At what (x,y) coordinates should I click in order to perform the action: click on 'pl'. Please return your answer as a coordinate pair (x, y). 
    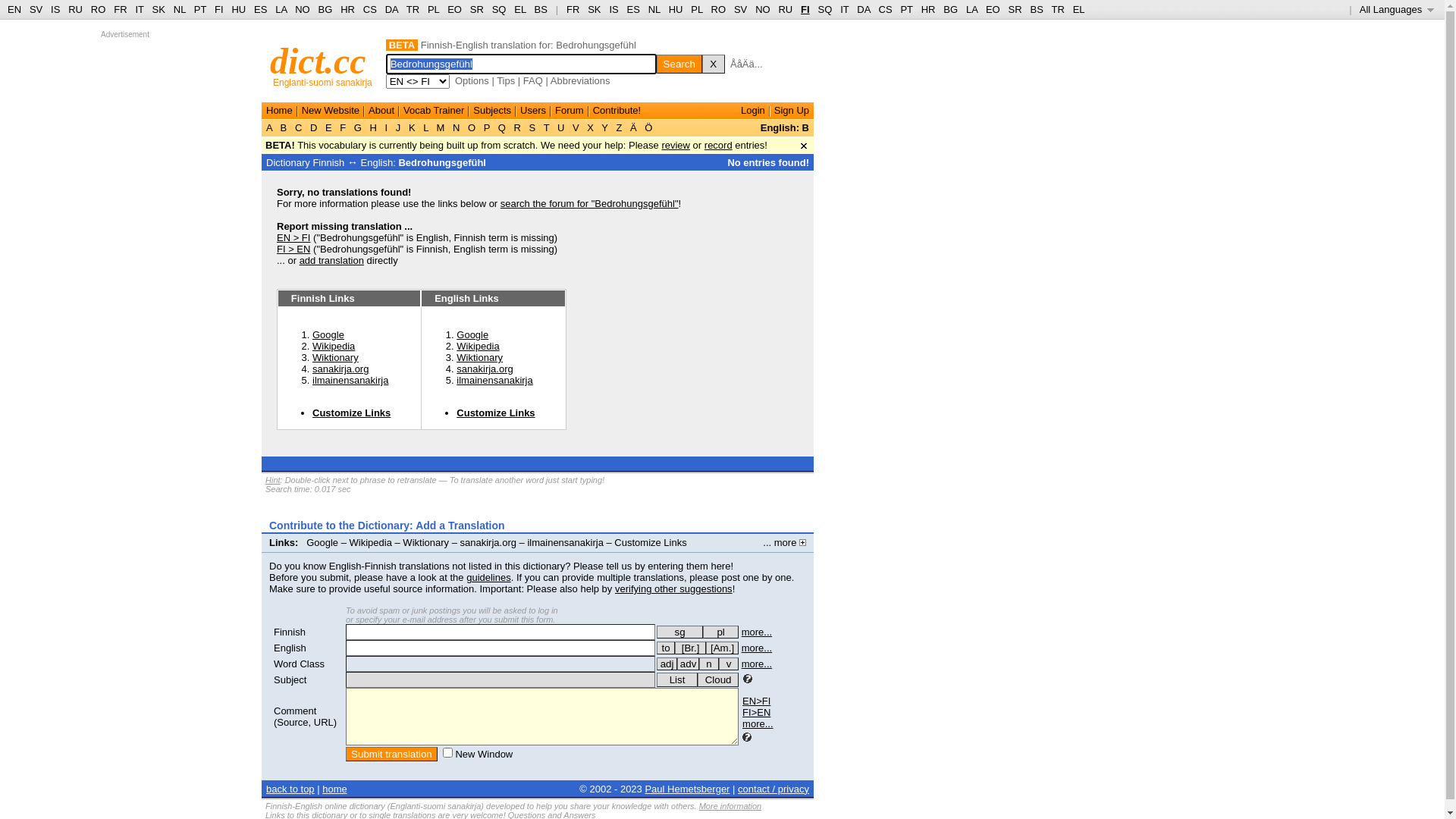
    Looking at the image, I should click on (720, 632).